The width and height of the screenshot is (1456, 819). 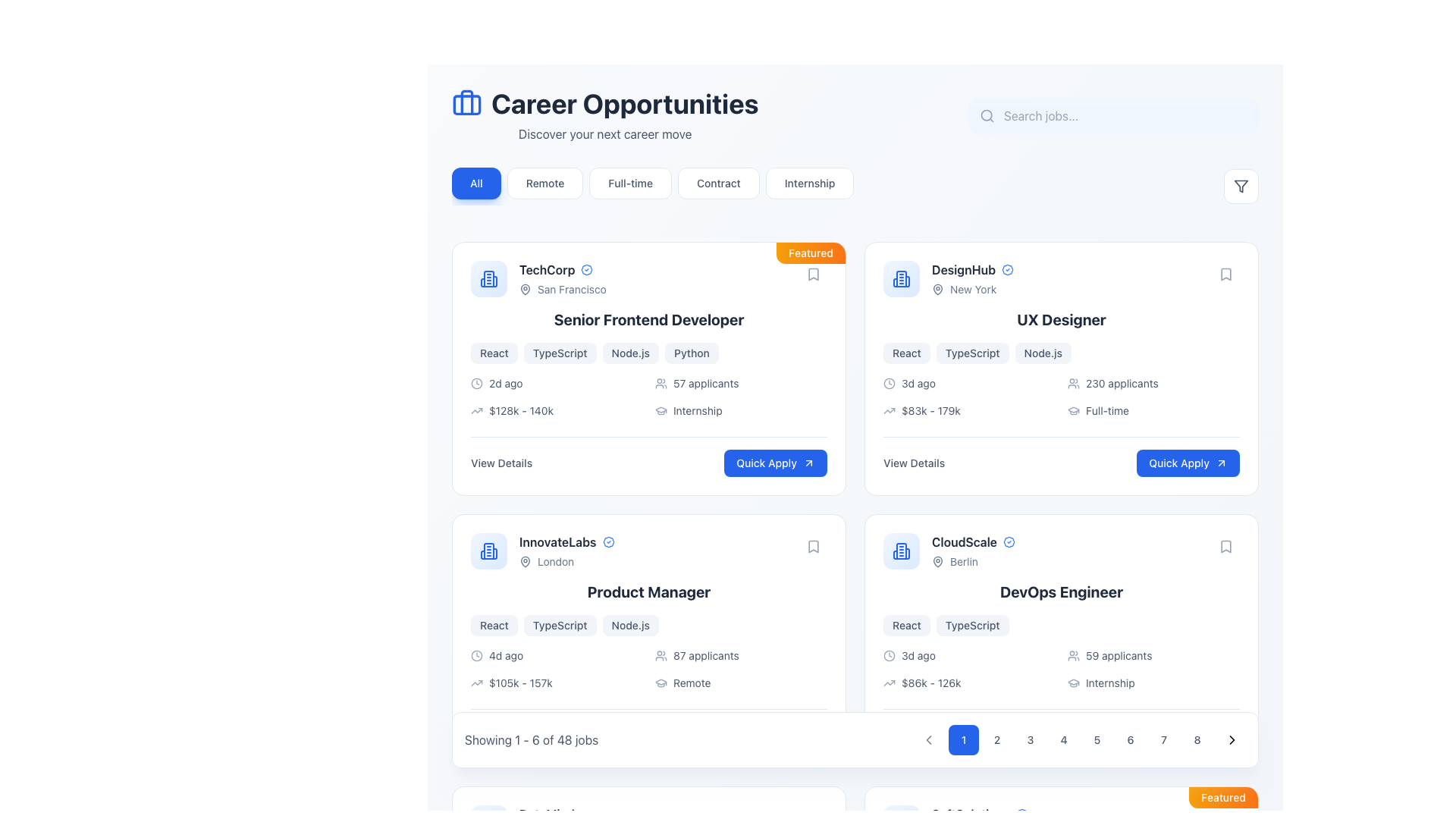 What do you see at coordinates (475, 382) in the screenshot?
I see `the clock icon, which is a minimalistic round clock design with two hands, located to the left of the '2d ago' text in the top-left job box for the 'TechCorp' job listing` at bounding box center [475, 382].